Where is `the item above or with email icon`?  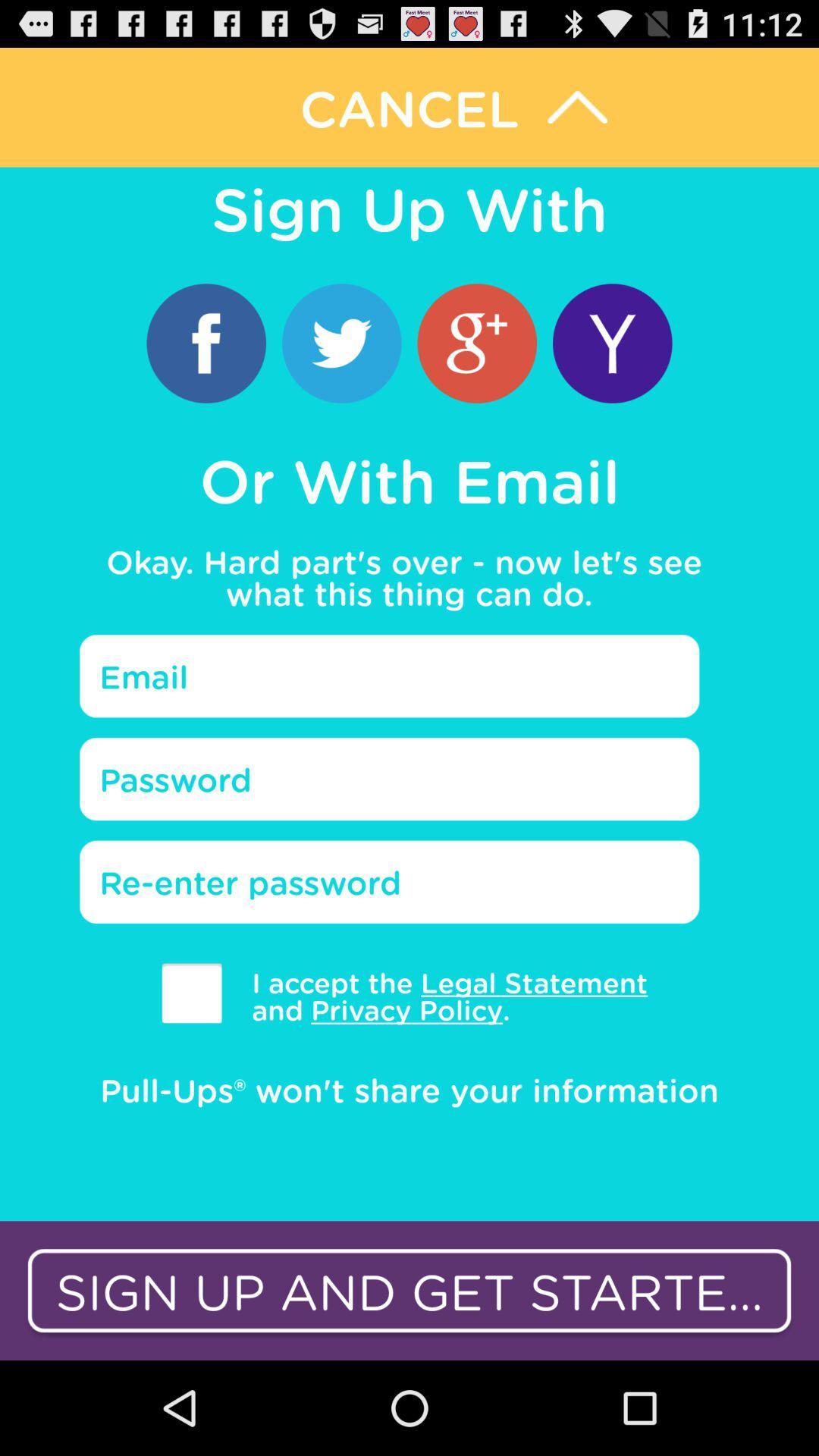 the item above or with email icon is located at coordinates (206, 342).